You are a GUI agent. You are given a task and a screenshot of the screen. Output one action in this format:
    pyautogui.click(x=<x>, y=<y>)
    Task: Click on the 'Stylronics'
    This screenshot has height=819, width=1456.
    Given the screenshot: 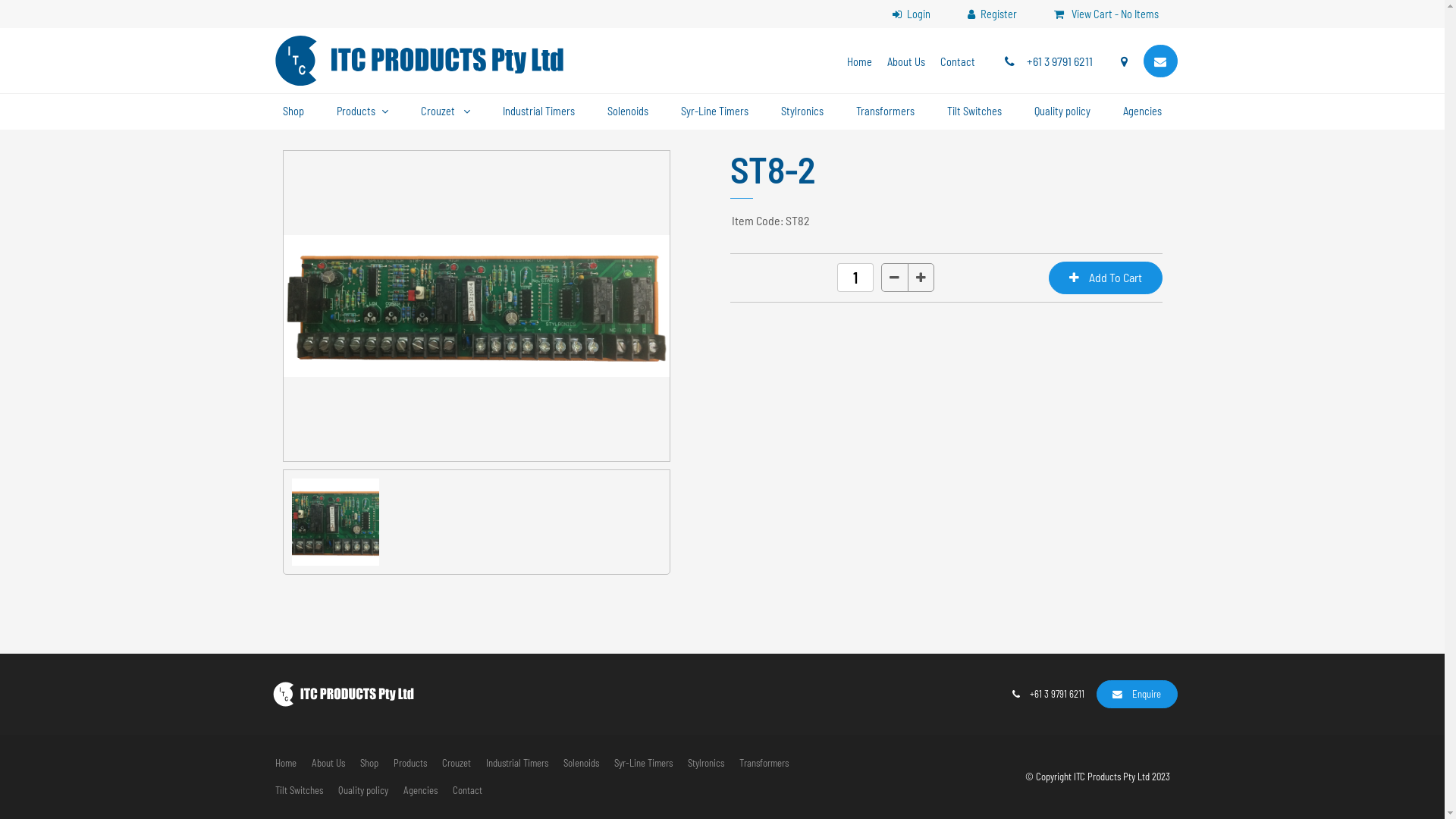 What is the action you would take?
    pyautogui.click(x=704, y=763)
    